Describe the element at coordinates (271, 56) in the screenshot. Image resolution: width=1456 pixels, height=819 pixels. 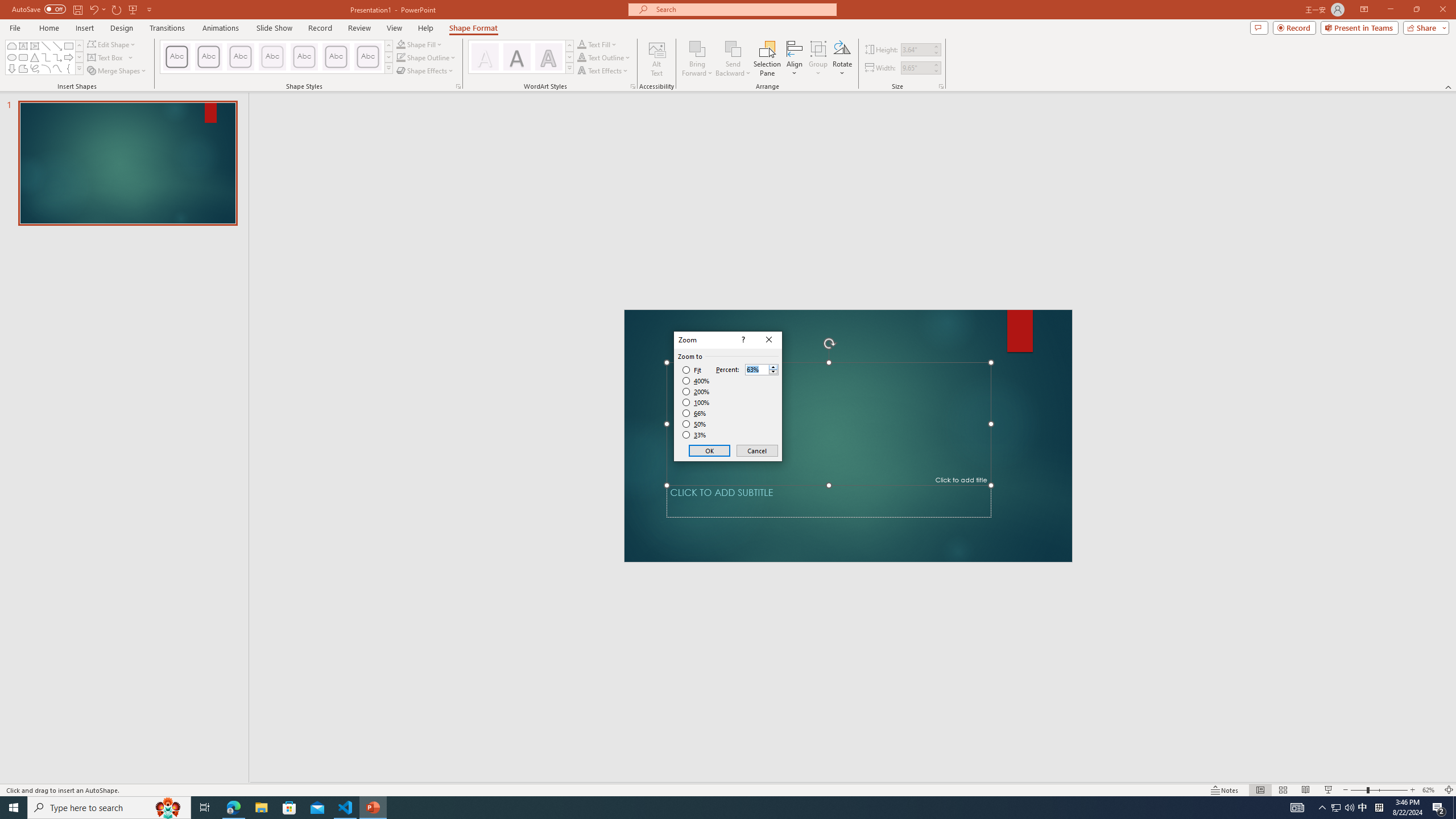
I see `'Colored Outline - Gold, Accent 3'` at that location.